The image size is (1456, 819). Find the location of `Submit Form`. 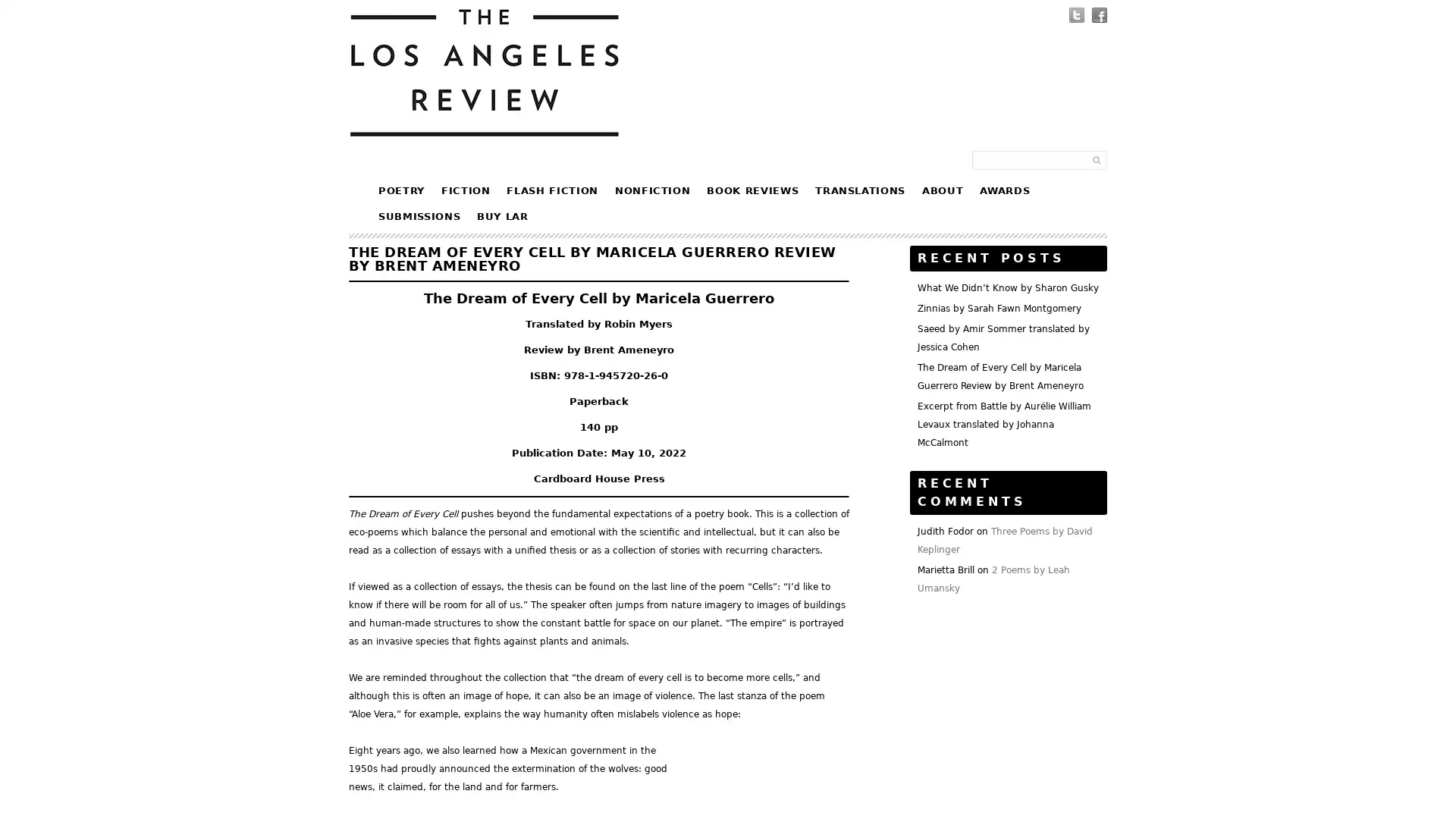

Submit Form is located at coordinates (1097, 160).